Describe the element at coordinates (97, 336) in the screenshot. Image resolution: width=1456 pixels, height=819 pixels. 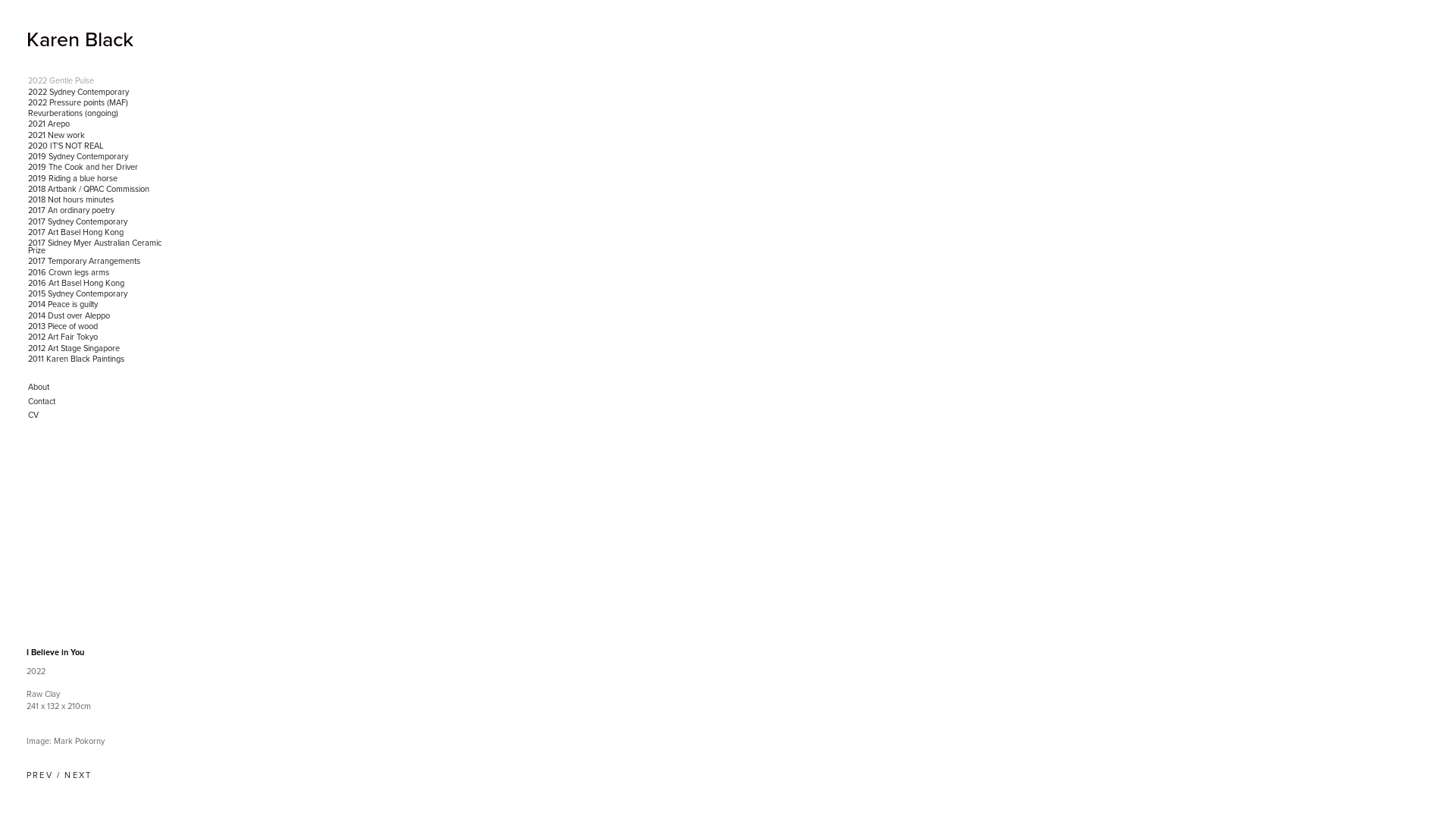
I see `'2012 Art Fair Tokyo'` at that location.